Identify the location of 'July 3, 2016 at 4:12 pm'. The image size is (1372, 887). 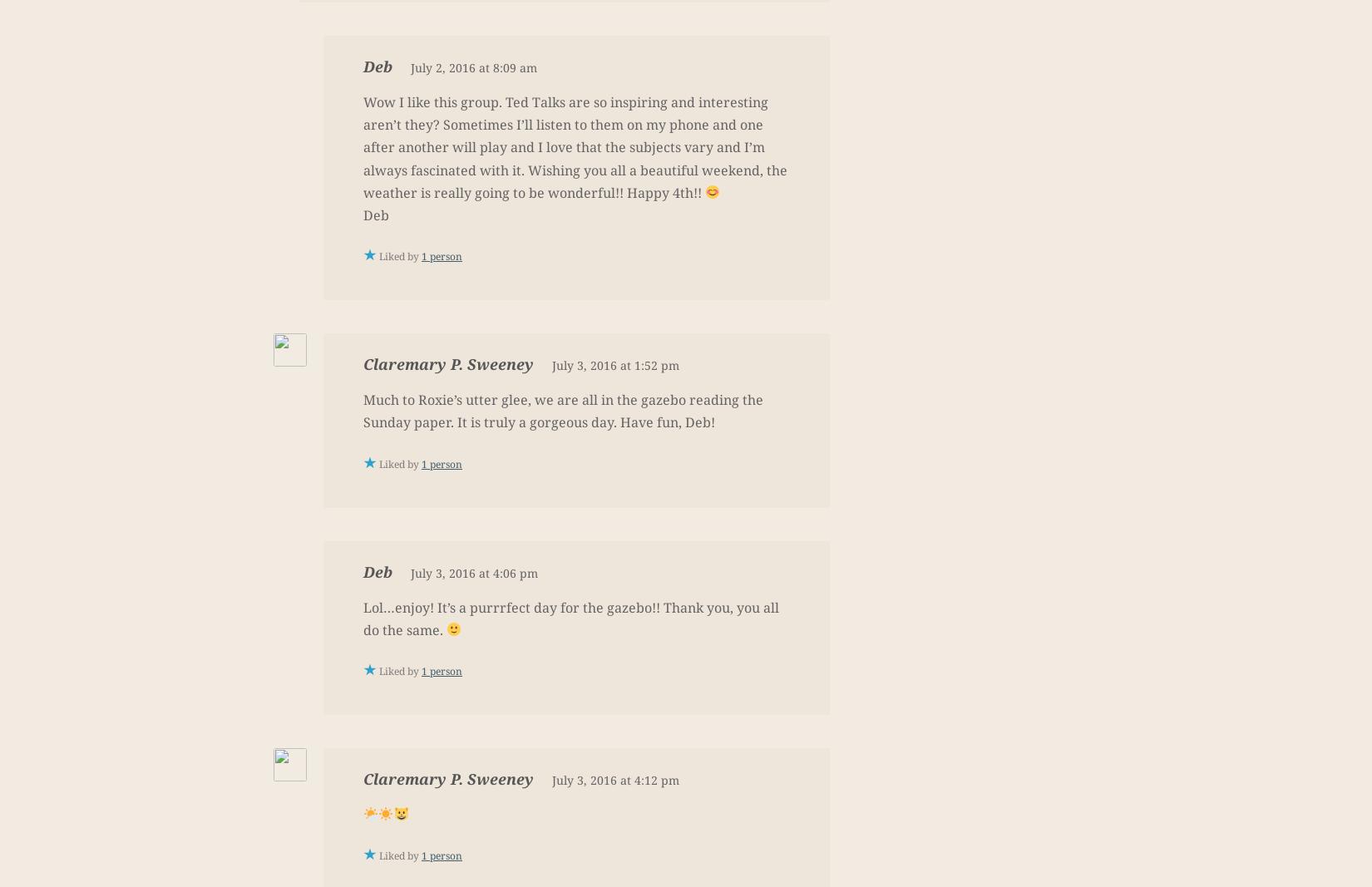
(614, 779).